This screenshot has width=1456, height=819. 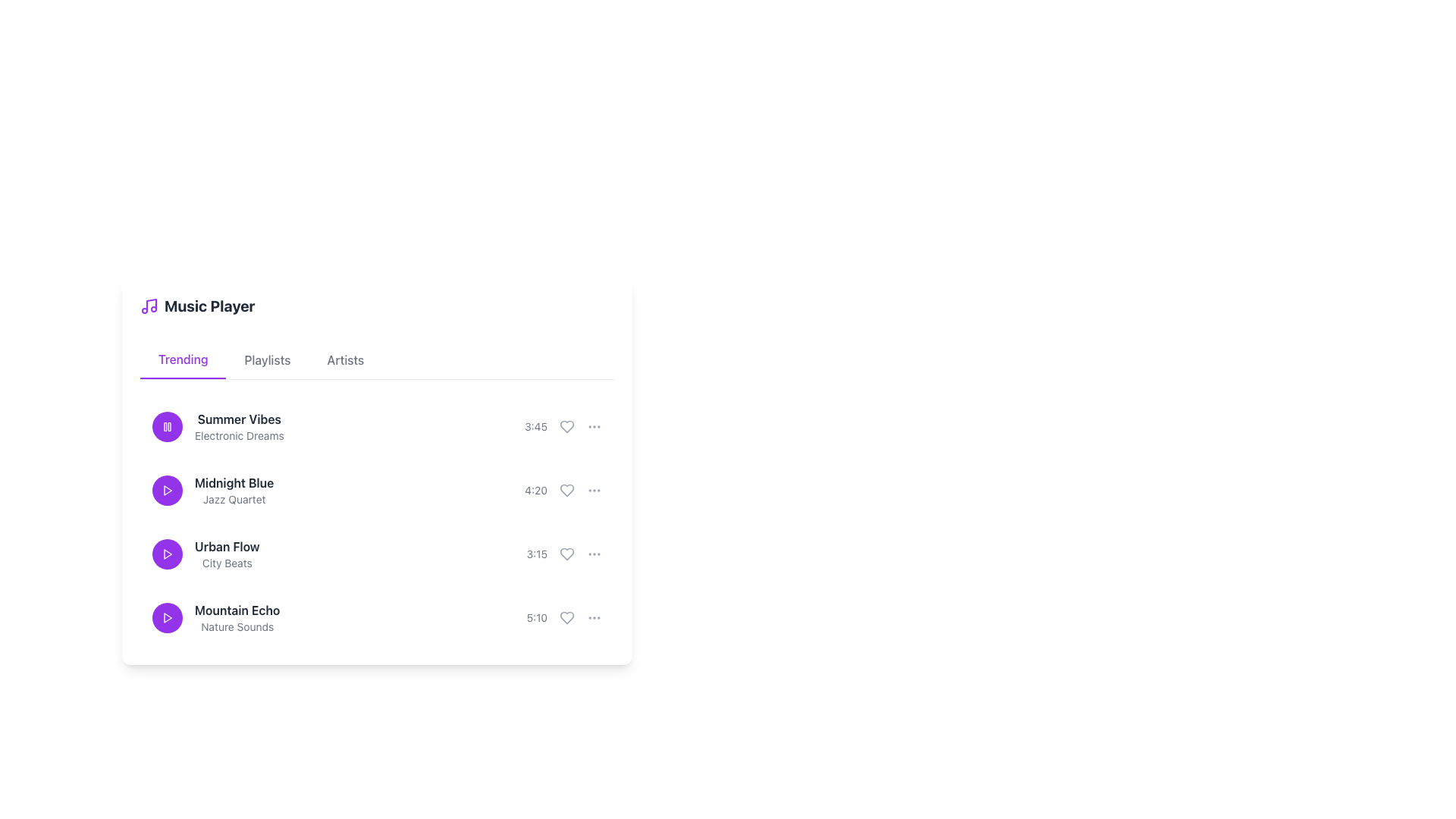 I want to click on the text label reading 'Midnight Blue', which is styled in bold dark gray and is the title of the second entry in the music player list, so click(x=234, y=482).